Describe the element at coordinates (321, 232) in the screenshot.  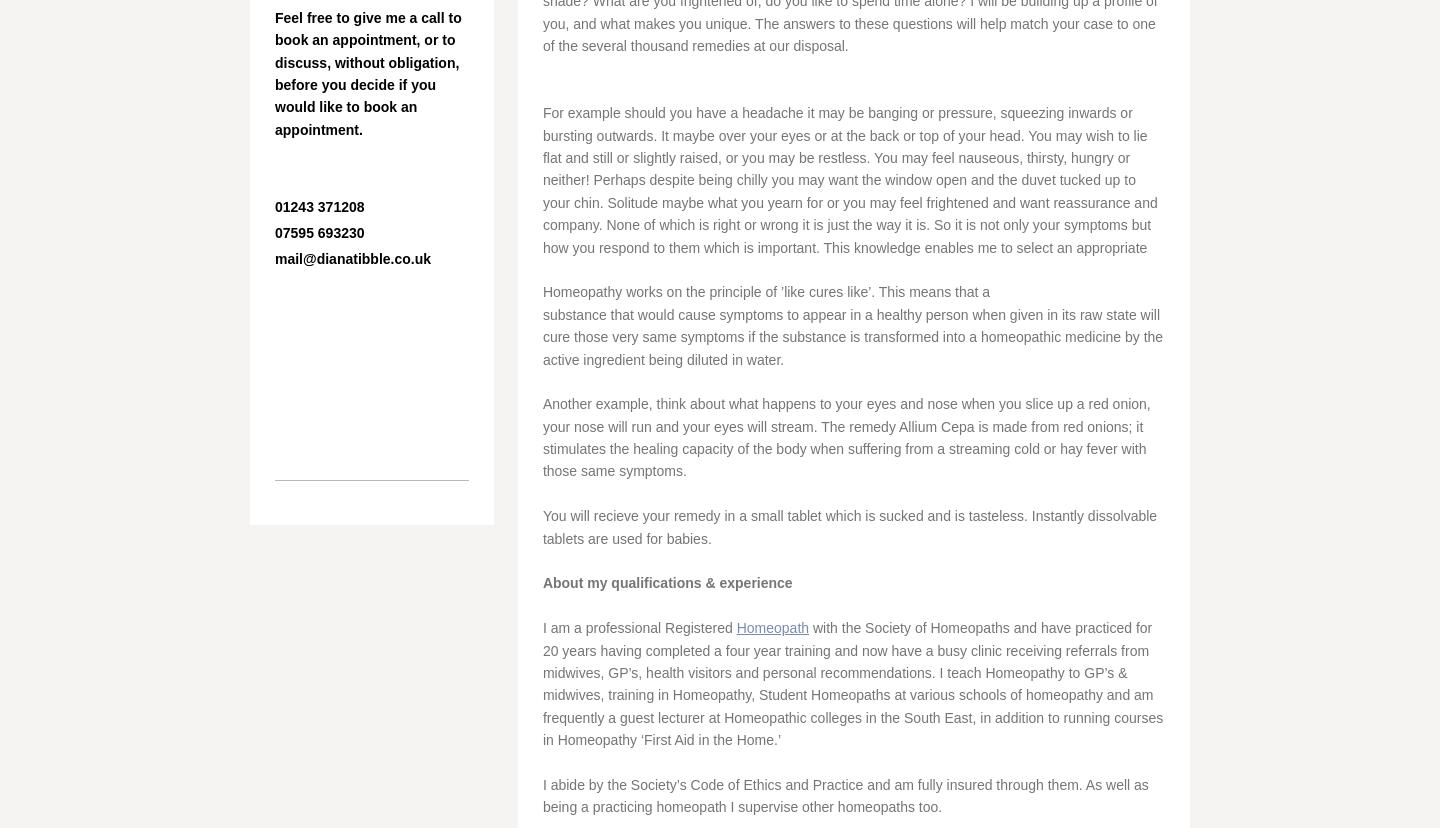
I see `'07595 693230'` at that location.